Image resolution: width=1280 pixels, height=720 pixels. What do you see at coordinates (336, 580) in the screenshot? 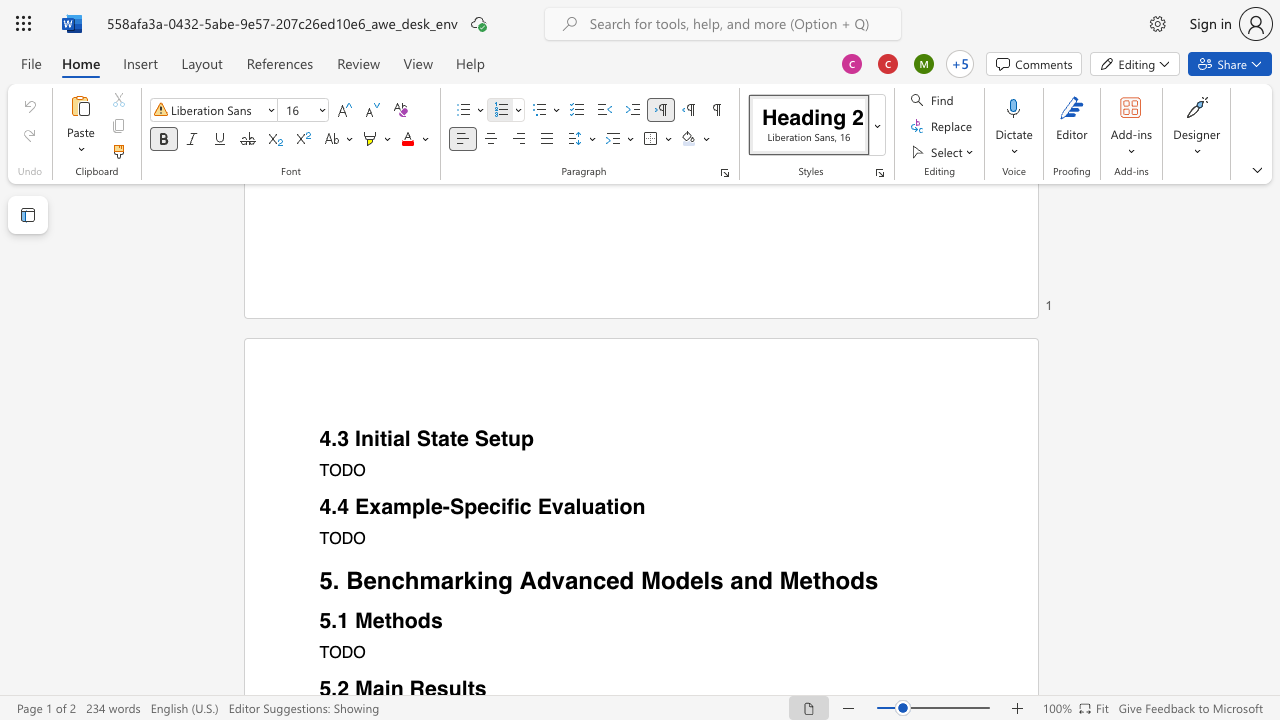
I see `the 1th character "." in the text` at bounding box center [336, 580].